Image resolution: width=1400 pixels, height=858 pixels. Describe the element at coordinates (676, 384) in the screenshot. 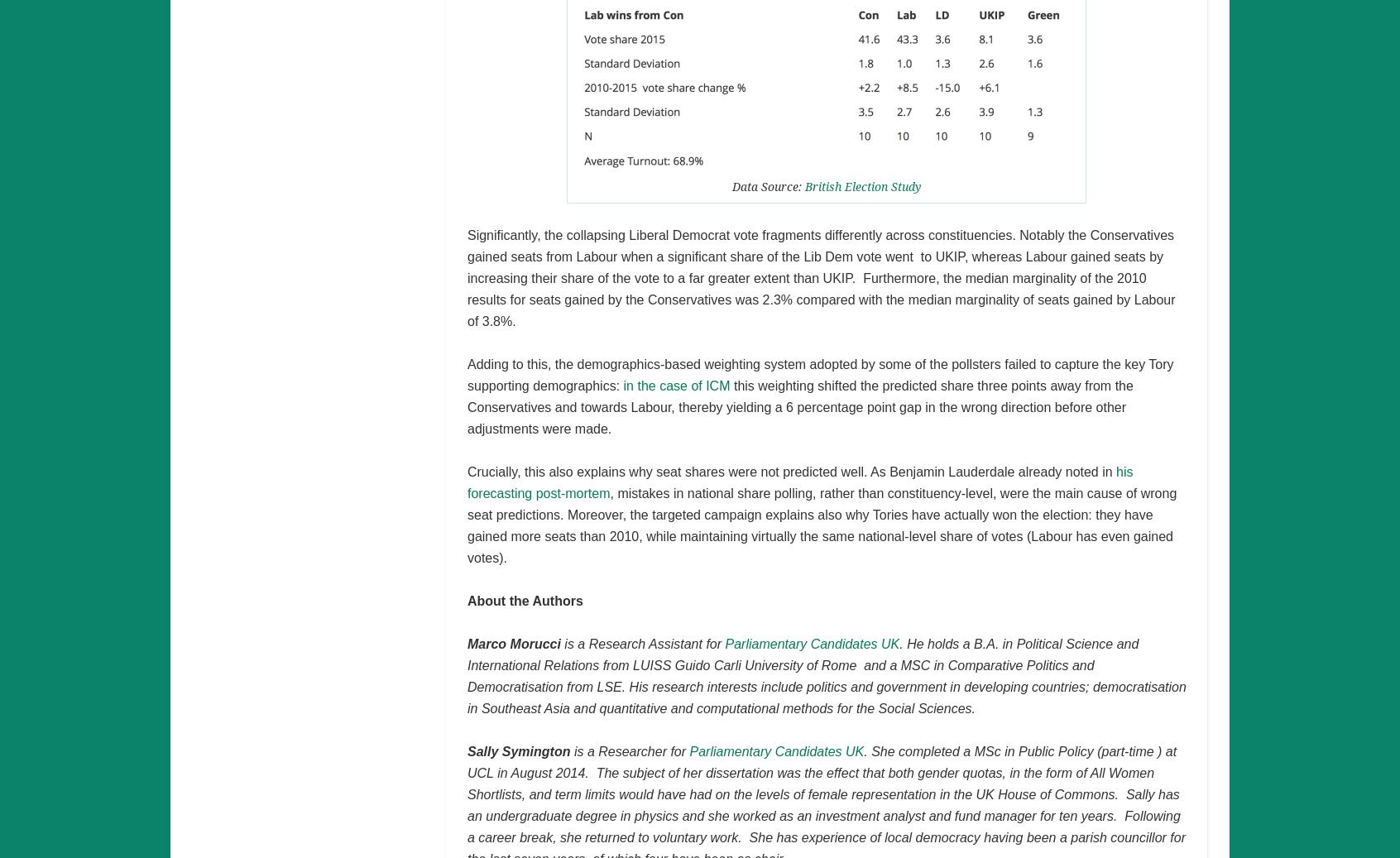

I see `'in the case of ICM'` at that location.